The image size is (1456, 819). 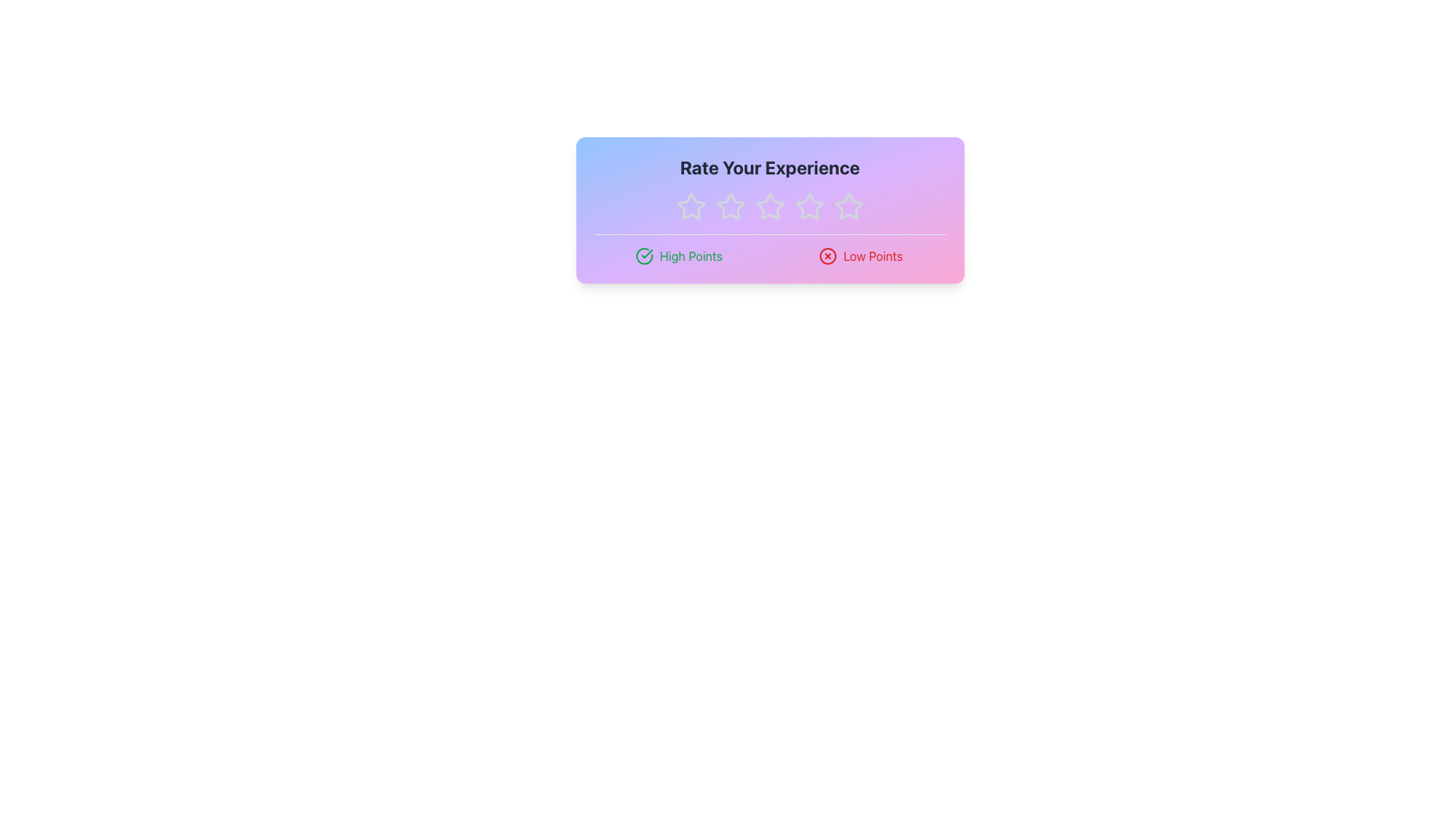 I want to click on the 'High Points' label with icon, which features green text and a checkmark icon, located at the bottom section of the 'Rate Your Experience' interface, so click(x=678, y=256).